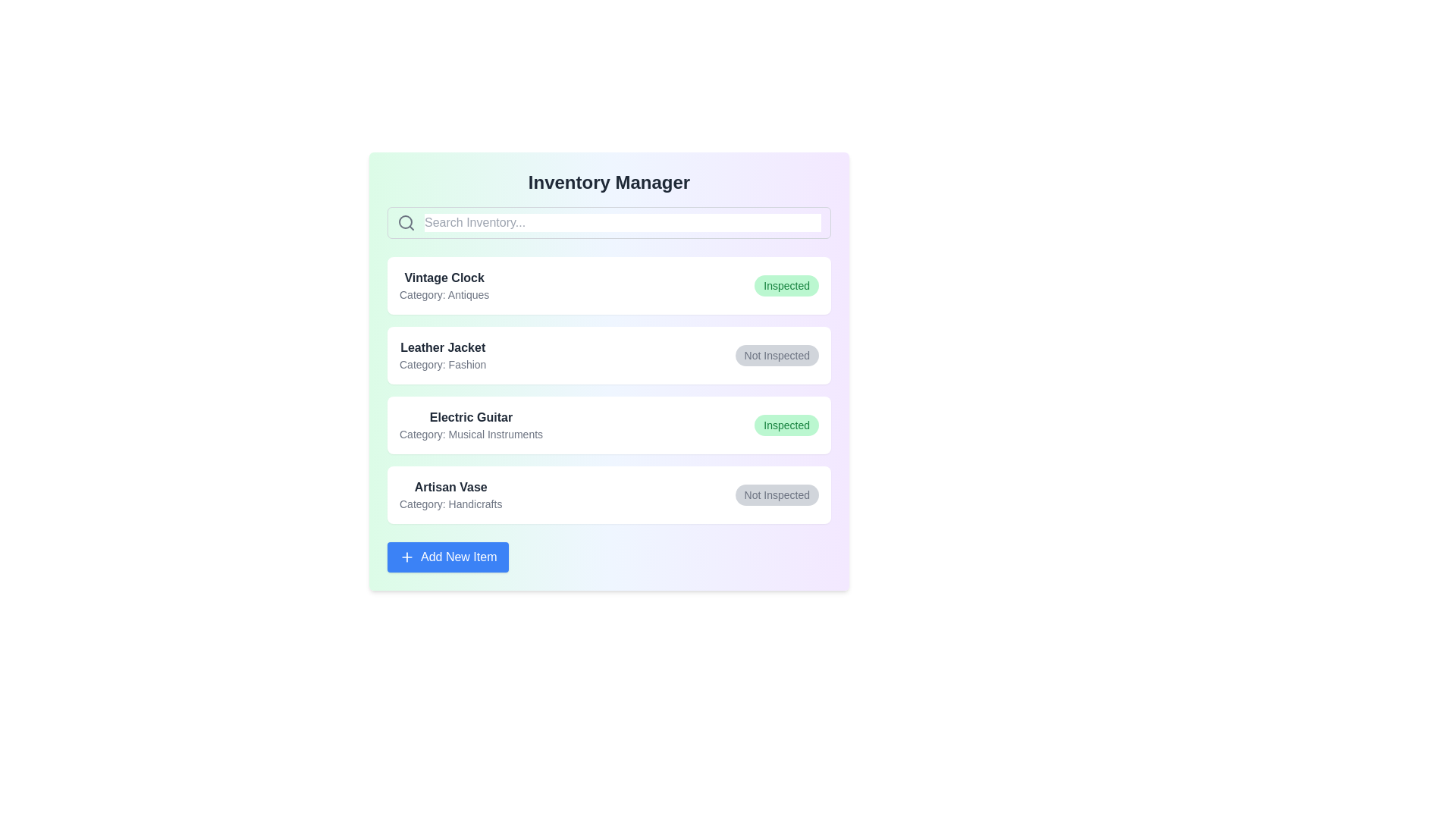 This screenshot has width=1456, height=819. What do you see at coordinates (786, 425) in the screenshot?
I see `the status button of the item labeled 'Electric Guitar'` at bounding box center [786, 425].